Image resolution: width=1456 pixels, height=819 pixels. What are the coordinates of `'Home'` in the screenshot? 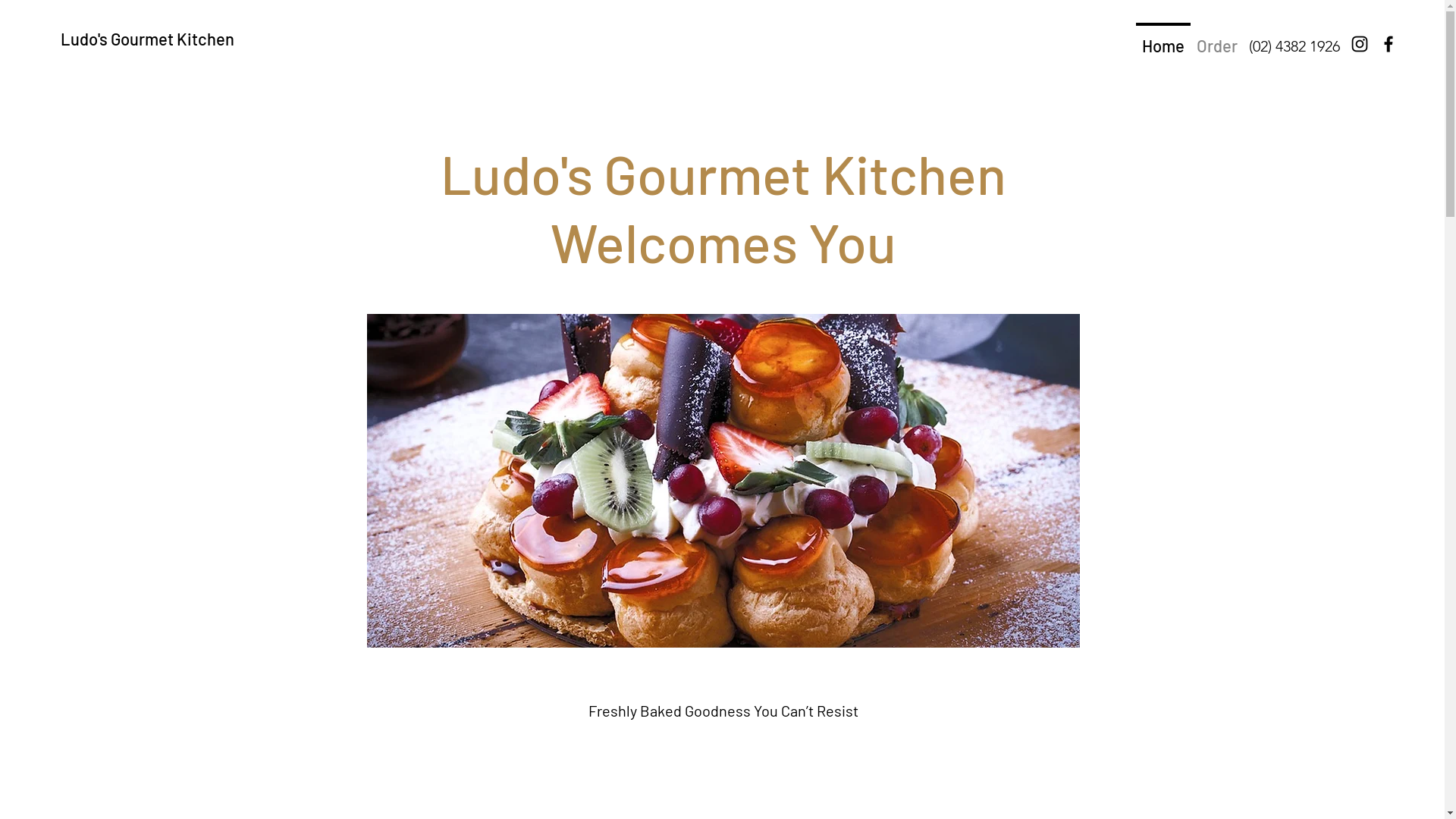 It's located at (1163, 37).